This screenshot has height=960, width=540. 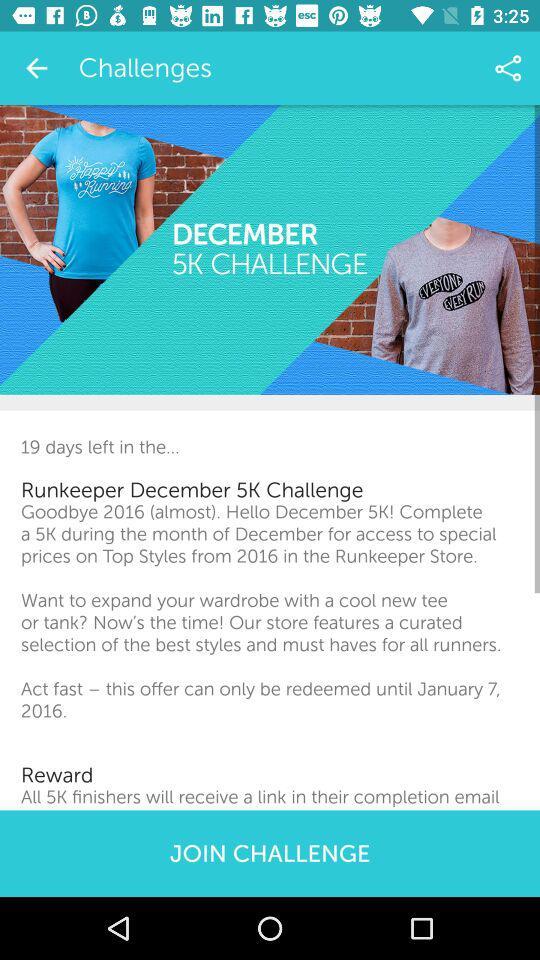 I want to click on the icon above the 19 days left item, so click(x=270, y=248).